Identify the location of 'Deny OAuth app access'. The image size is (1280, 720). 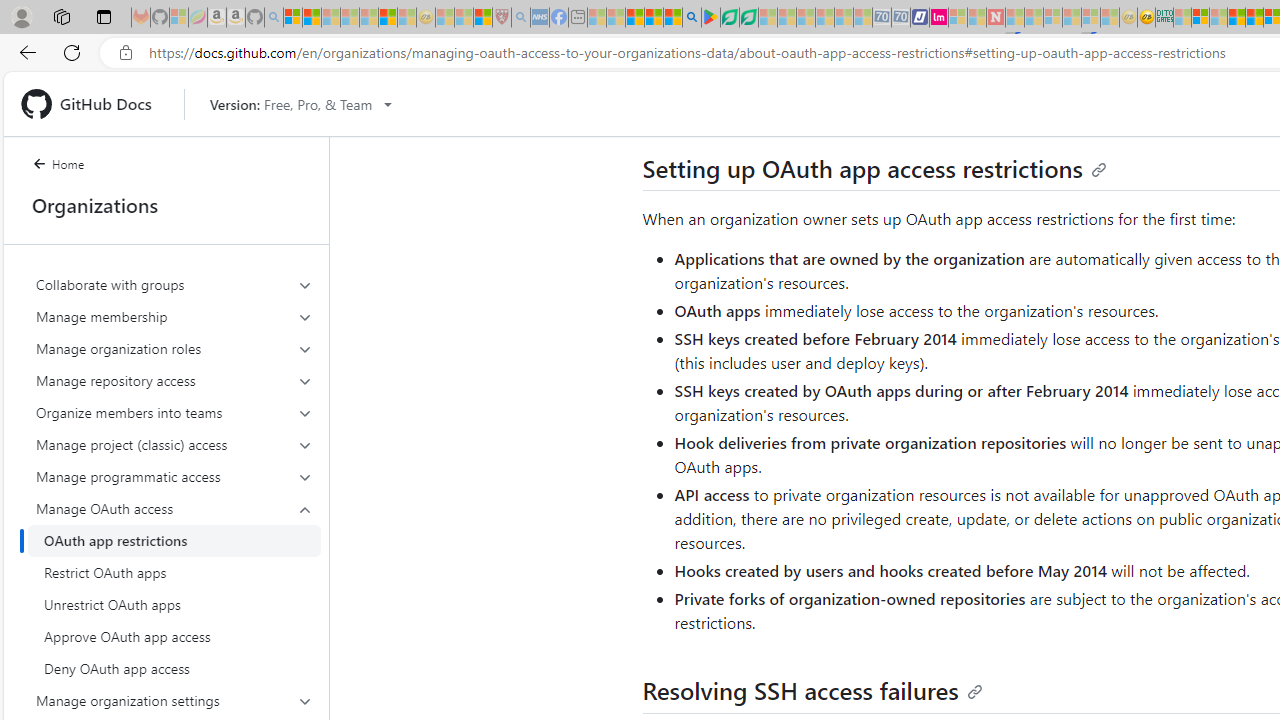
(174, 668).